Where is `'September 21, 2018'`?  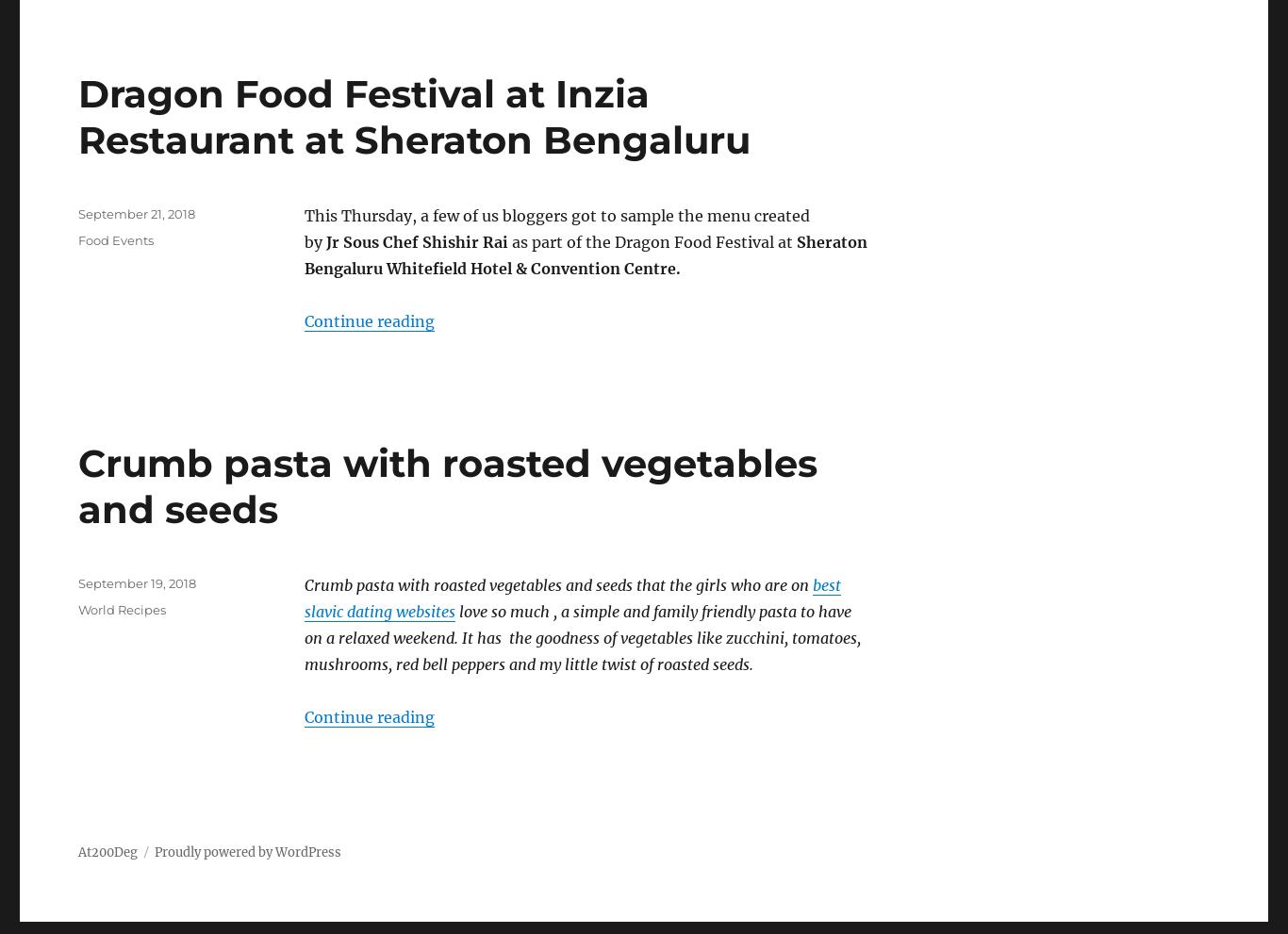 'September 21, 2018' is located at coordinates (135, 213).